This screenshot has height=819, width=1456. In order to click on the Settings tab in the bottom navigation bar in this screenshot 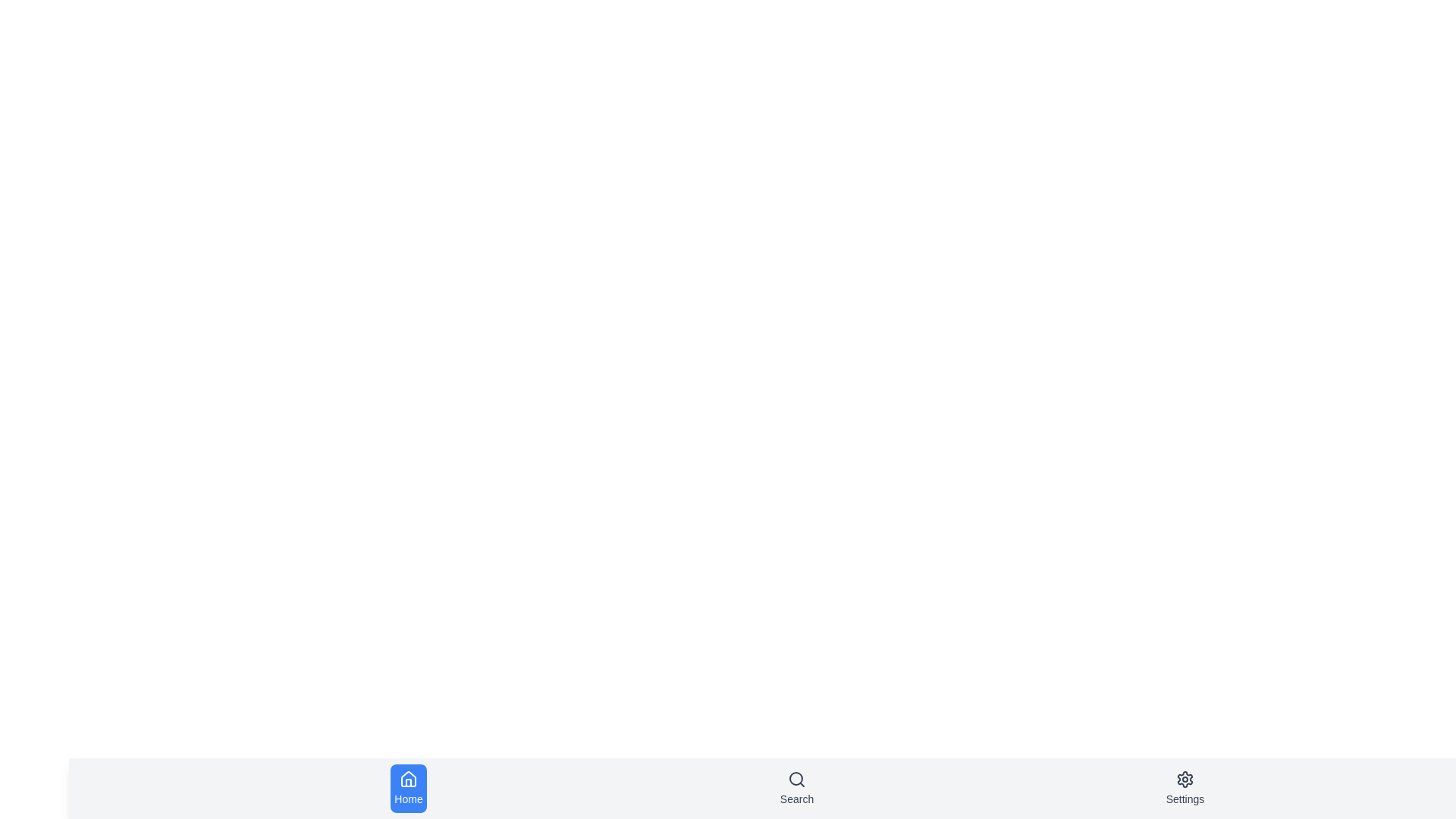, I will do `click(1185, 788)`.